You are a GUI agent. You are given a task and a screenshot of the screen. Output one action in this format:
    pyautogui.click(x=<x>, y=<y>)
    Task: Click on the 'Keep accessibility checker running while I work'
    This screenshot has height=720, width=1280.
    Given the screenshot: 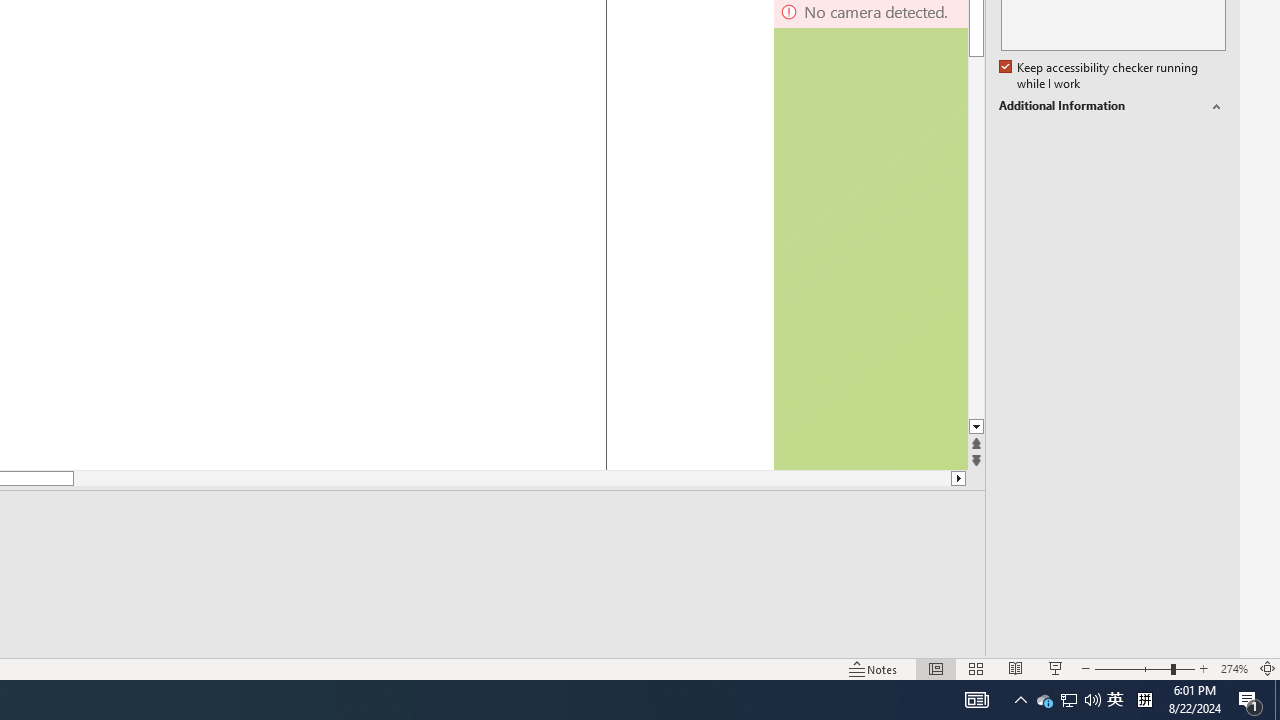 What is the action you would take?
    pyautogui.click(x=1099, y=75)
    